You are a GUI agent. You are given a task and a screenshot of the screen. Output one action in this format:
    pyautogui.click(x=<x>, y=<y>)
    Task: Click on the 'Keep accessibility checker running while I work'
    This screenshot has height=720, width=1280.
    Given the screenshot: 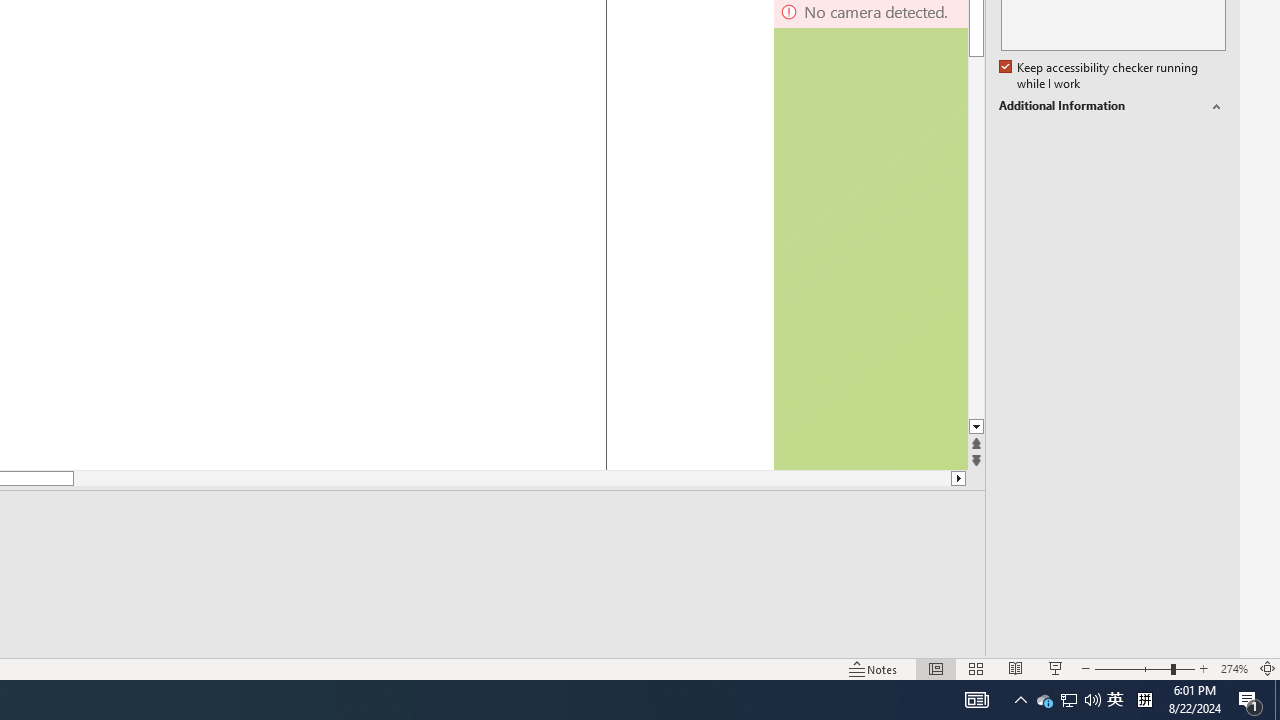 What is the action you would take?
    pyautogui.click(x=1099, y=75)
    